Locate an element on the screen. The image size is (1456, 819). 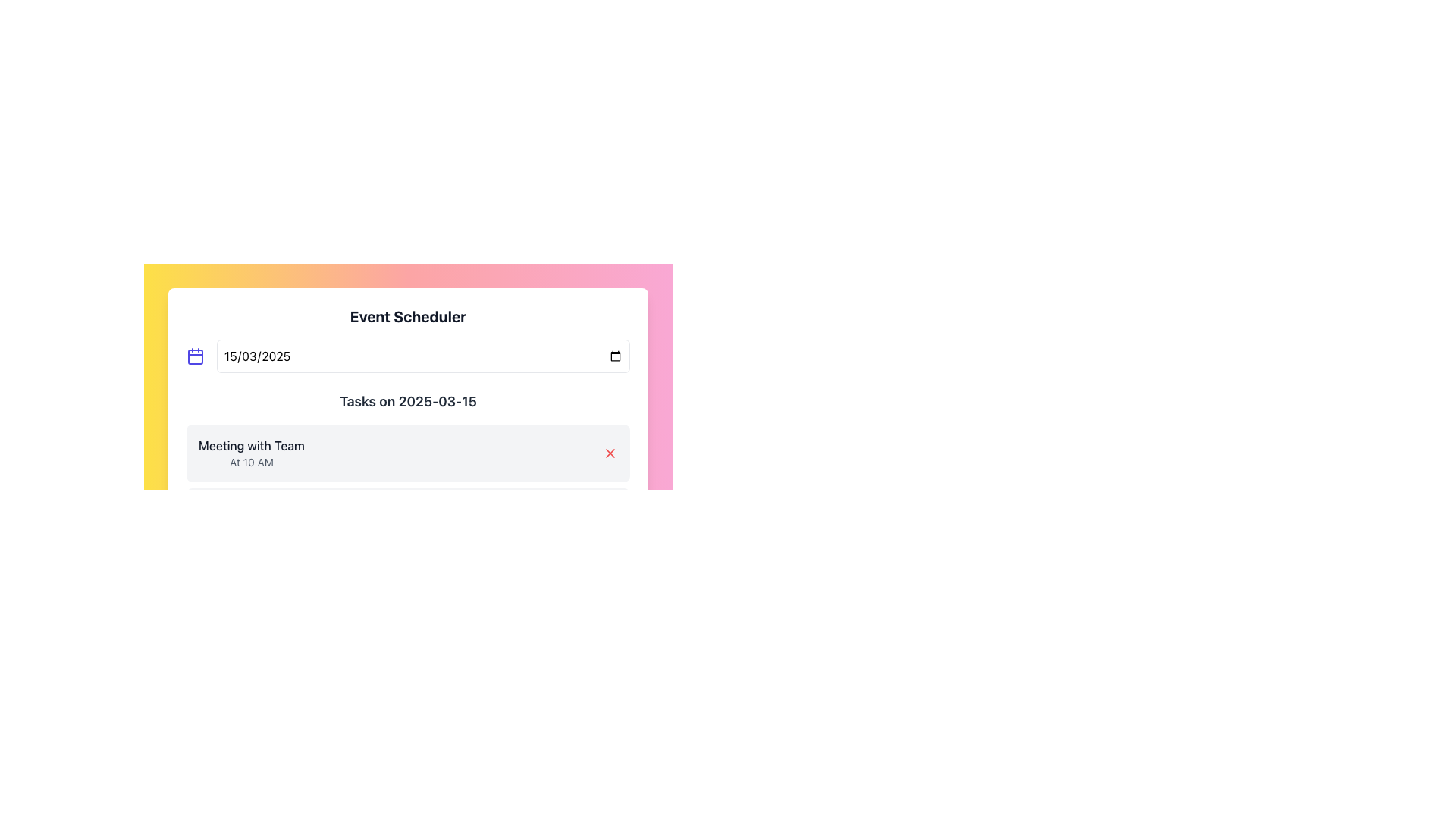
the task item panel titled 'Meeting with Team' is located at coordinates (408, 485).